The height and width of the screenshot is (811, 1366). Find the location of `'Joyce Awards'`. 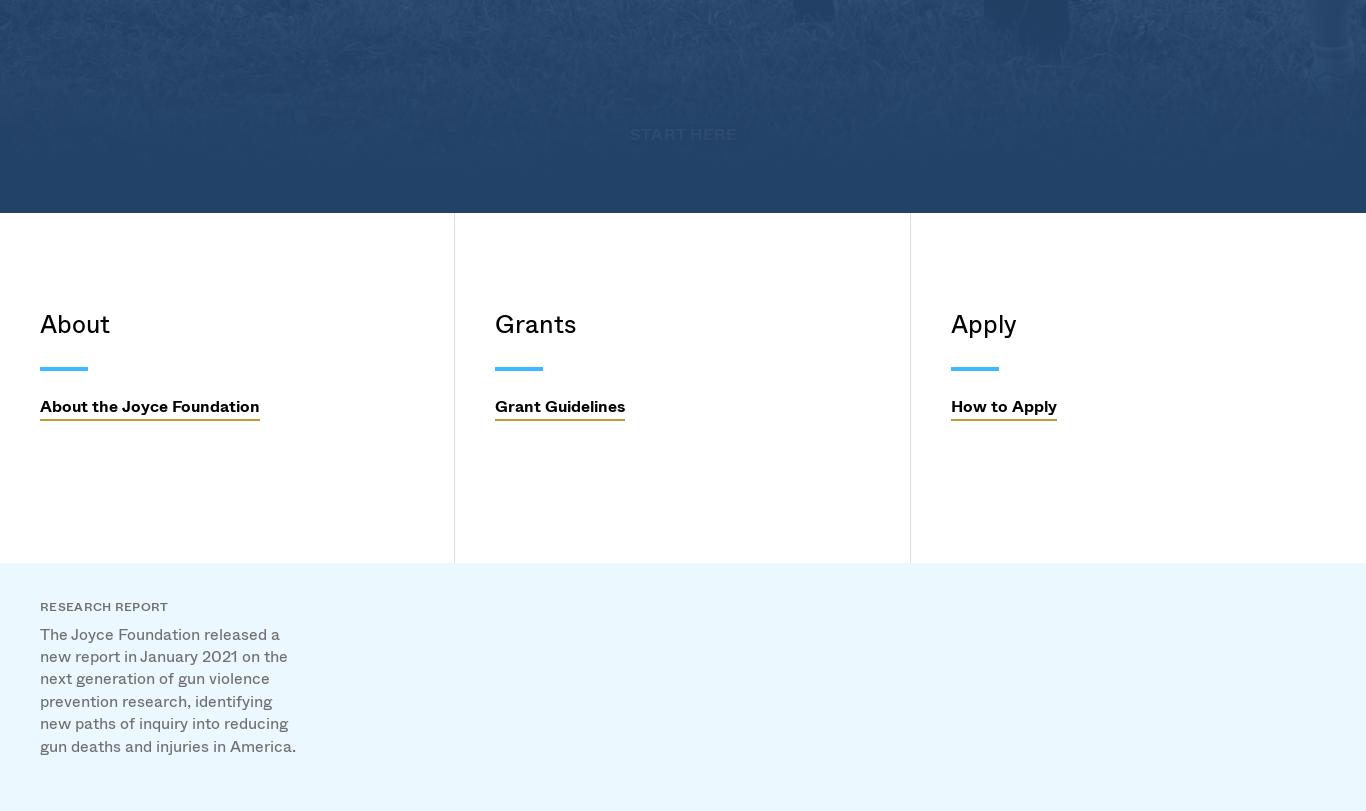

'Joyce Awards' is located at coordinates (561, 375).